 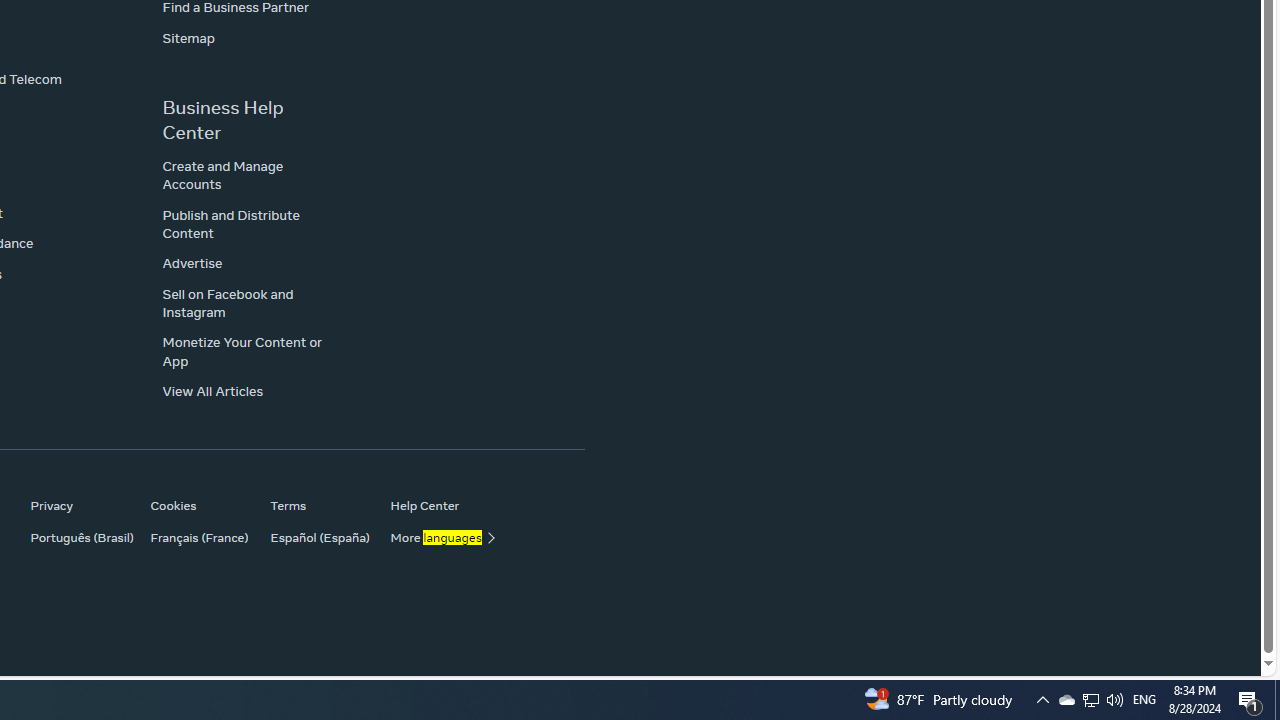 What do you see at coordinates (188, 37) in the screenshot?
I see `'Sitemap'` at bounding box center [188, 37].